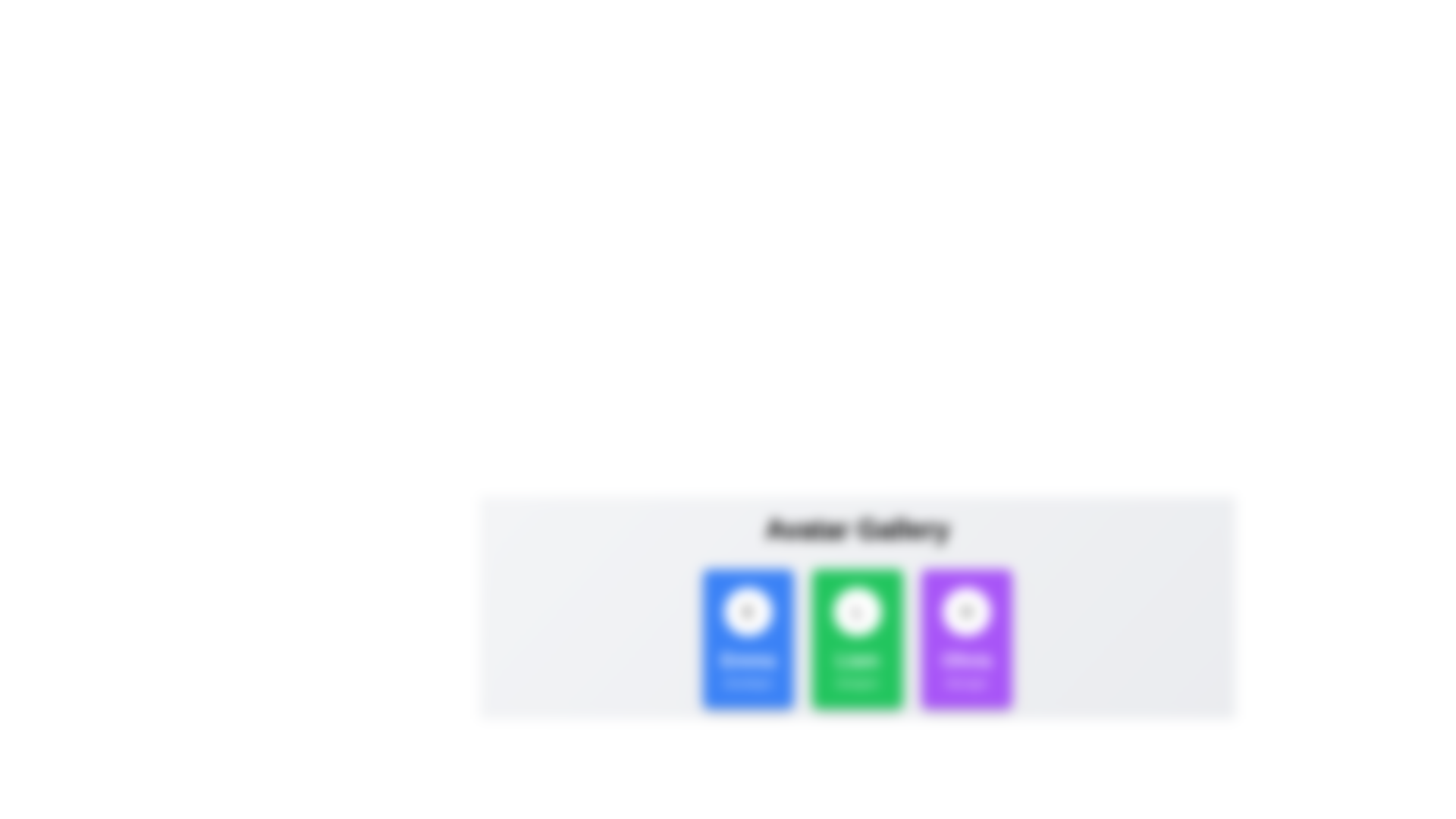  I want to click on on the Profile Card featuring the name 'Liam' and the subtext 'Designer' which is the middle card in the Avatar Gallery section, so click(856, 639).